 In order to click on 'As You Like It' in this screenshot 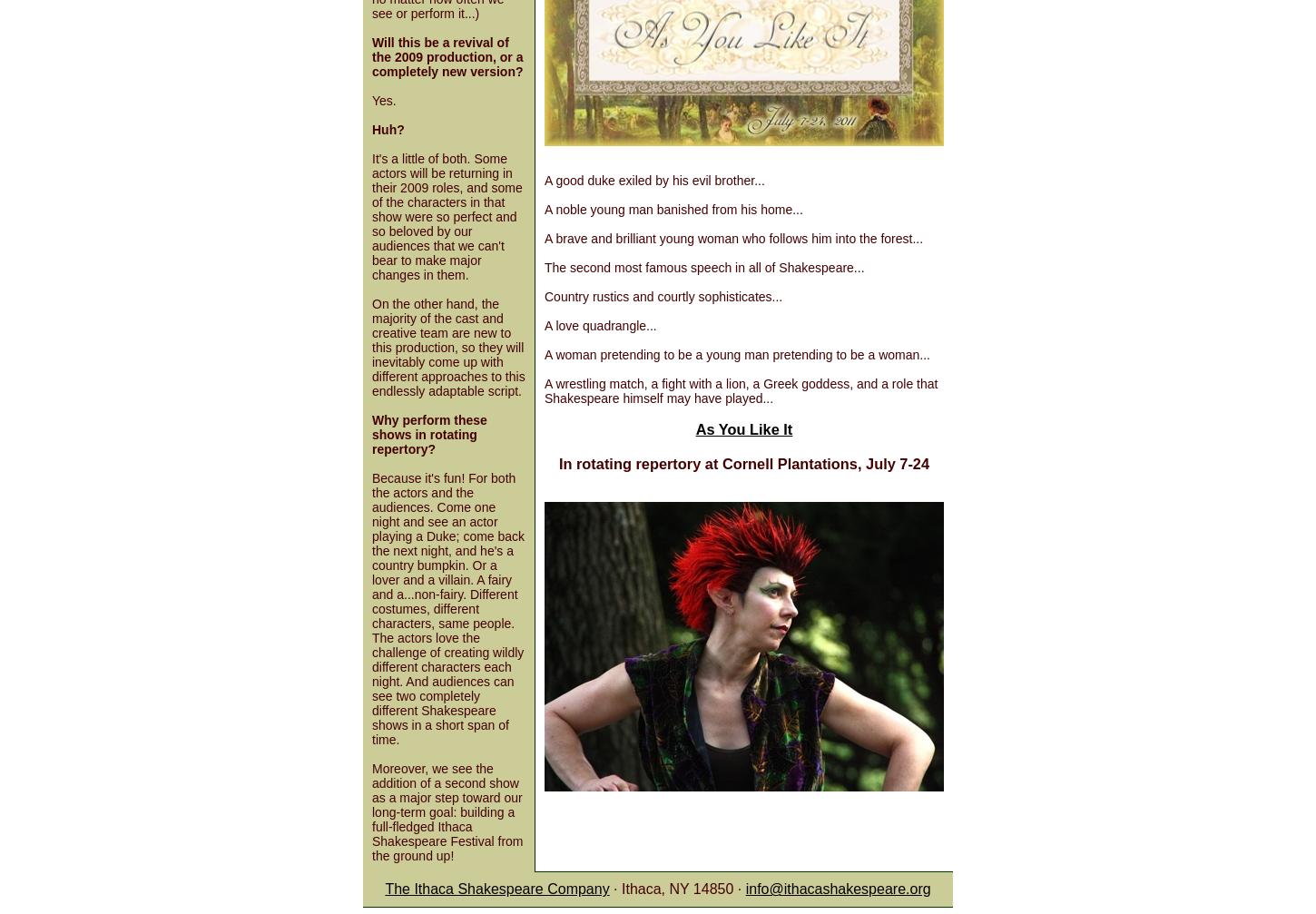, I will do `click(743, 428)`.